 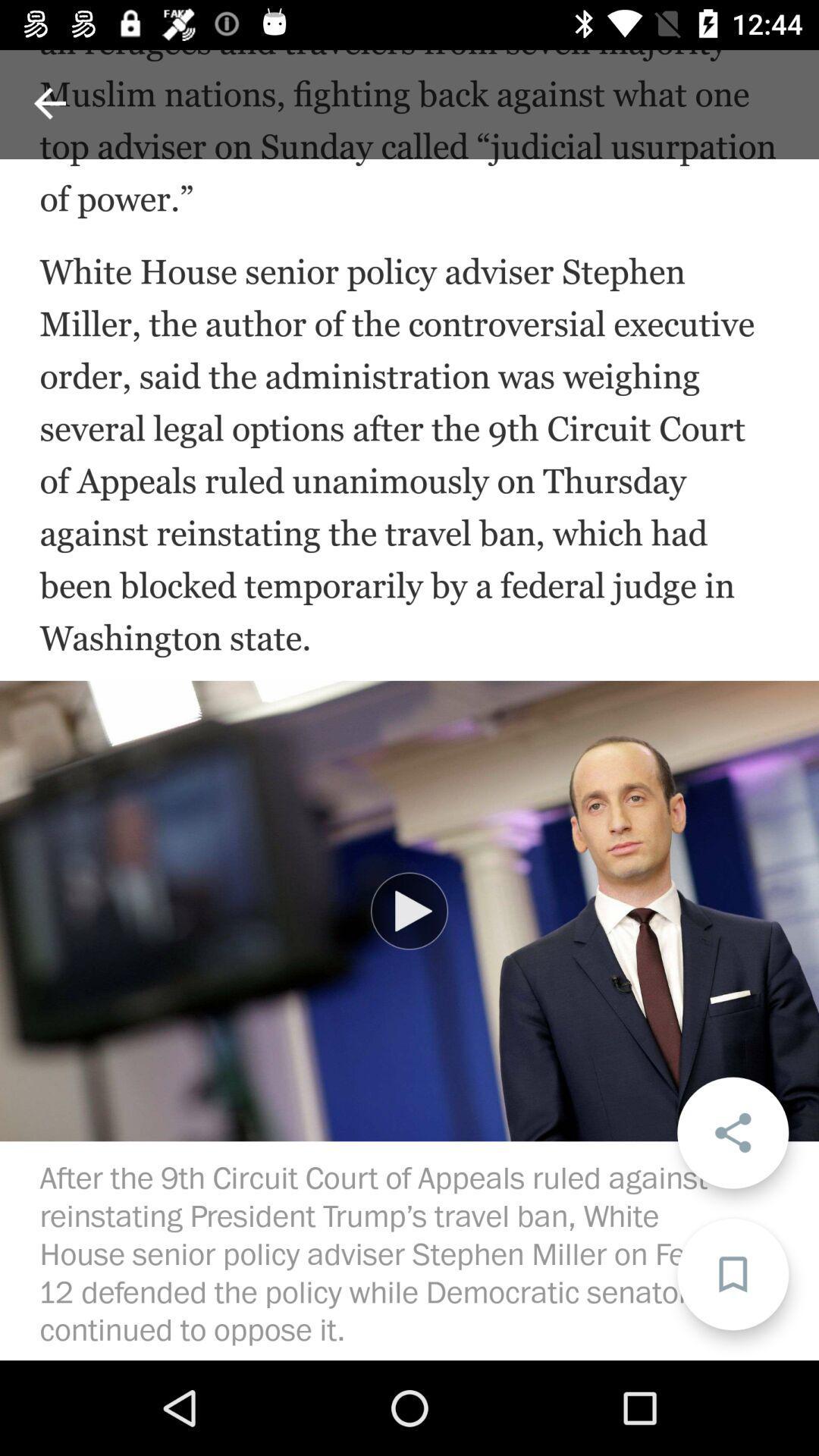 What do you see at coordinates (409, 910) in the screenshot?
I see `video option` at bounding box center [409, 910].